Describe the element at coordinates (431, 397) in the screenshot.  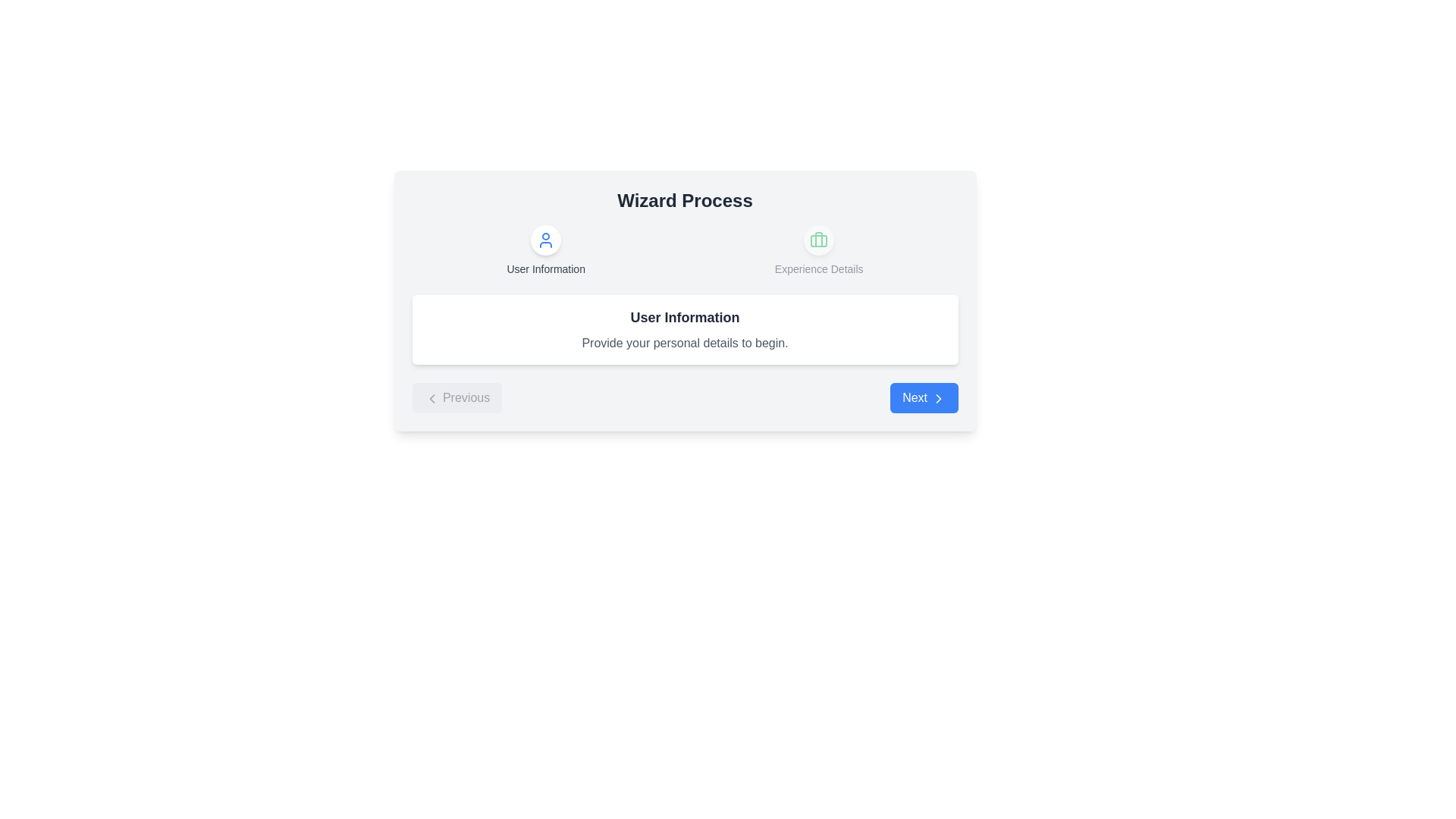
I see `the left-pointing arrow icon located to the left of the 'Previous' button` at that location.